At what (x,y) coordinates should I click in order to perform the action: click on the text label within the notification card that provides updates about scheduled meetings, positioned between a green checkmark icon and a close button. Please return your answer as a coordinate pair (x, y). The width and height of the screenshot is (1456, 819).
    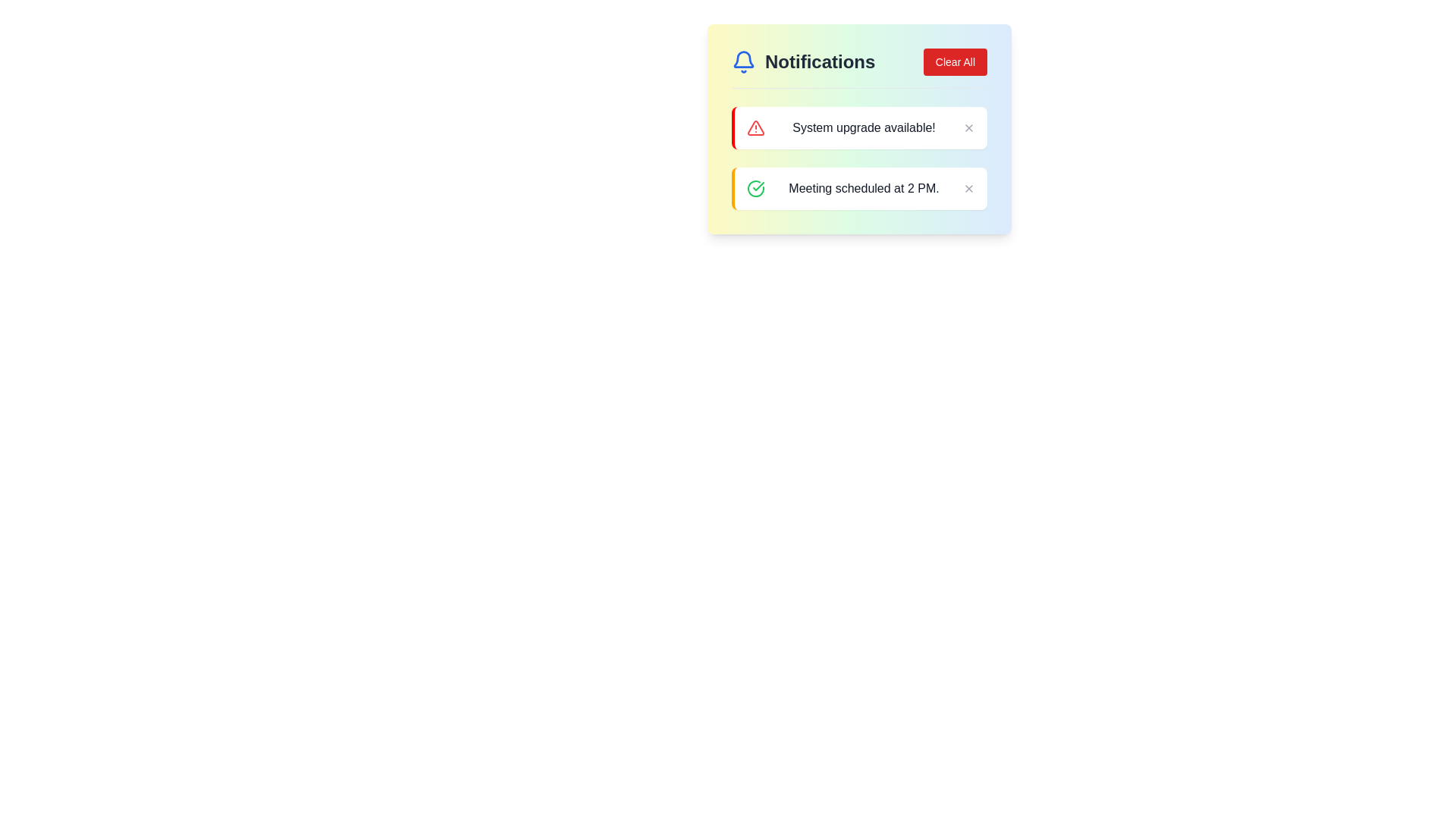
    Looking at the image, I should click on (864, 188).